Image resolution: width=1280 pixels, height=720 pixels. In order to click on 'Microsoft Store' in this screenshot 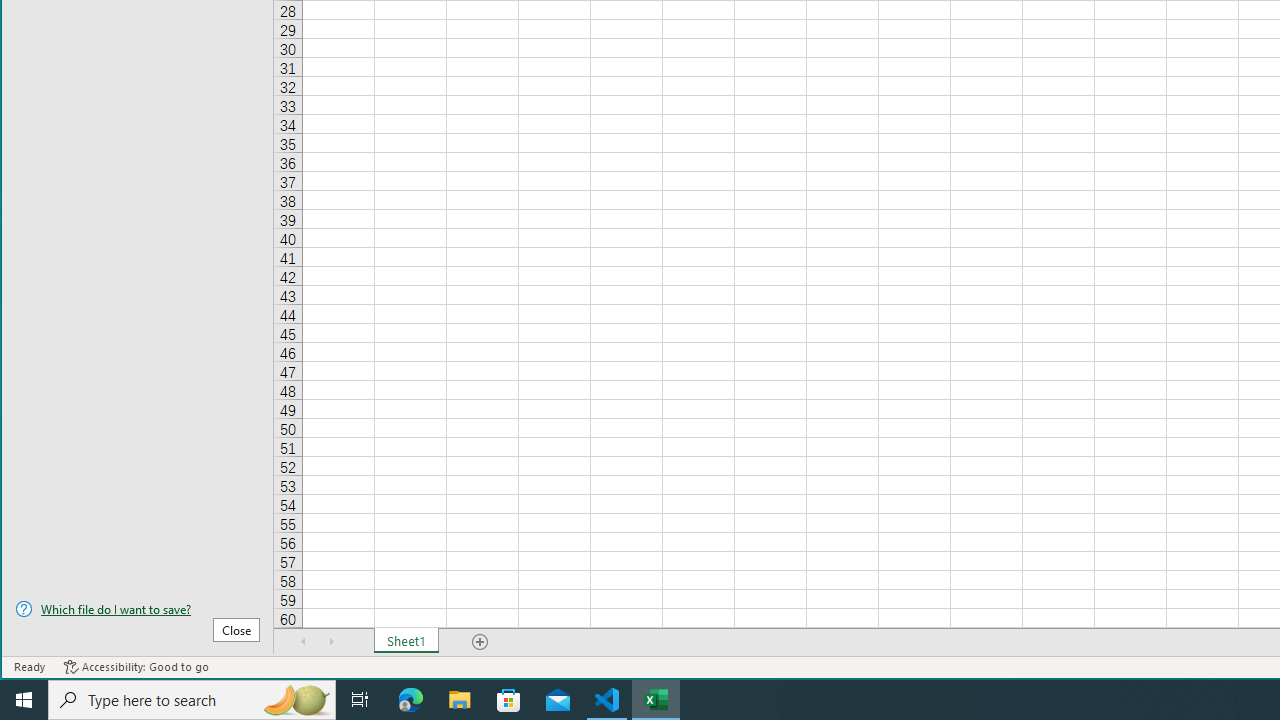, I will do `click(509, 698)`.